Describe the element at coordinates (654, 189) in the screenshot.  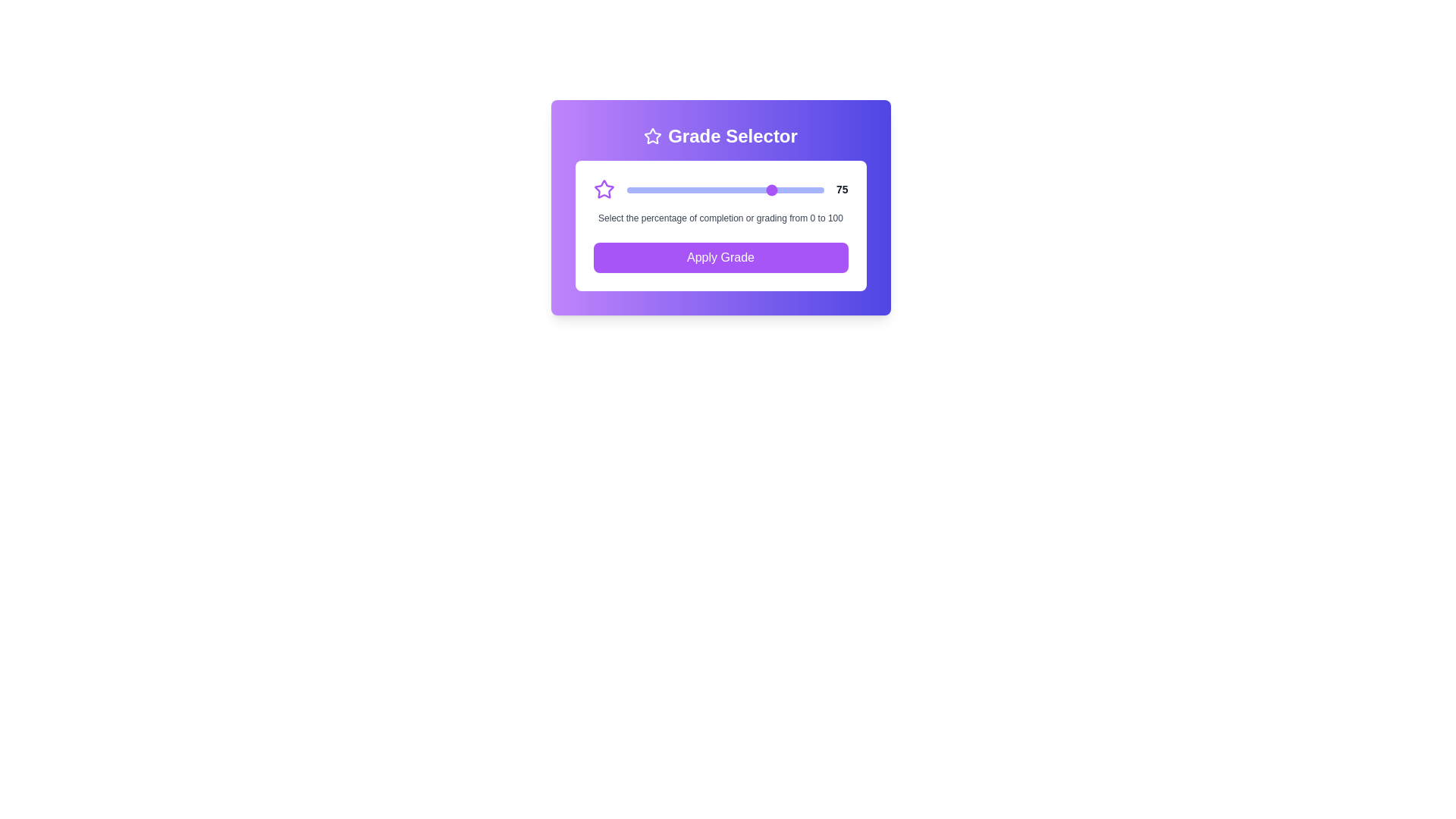
I see `the grade percentage` at that location.